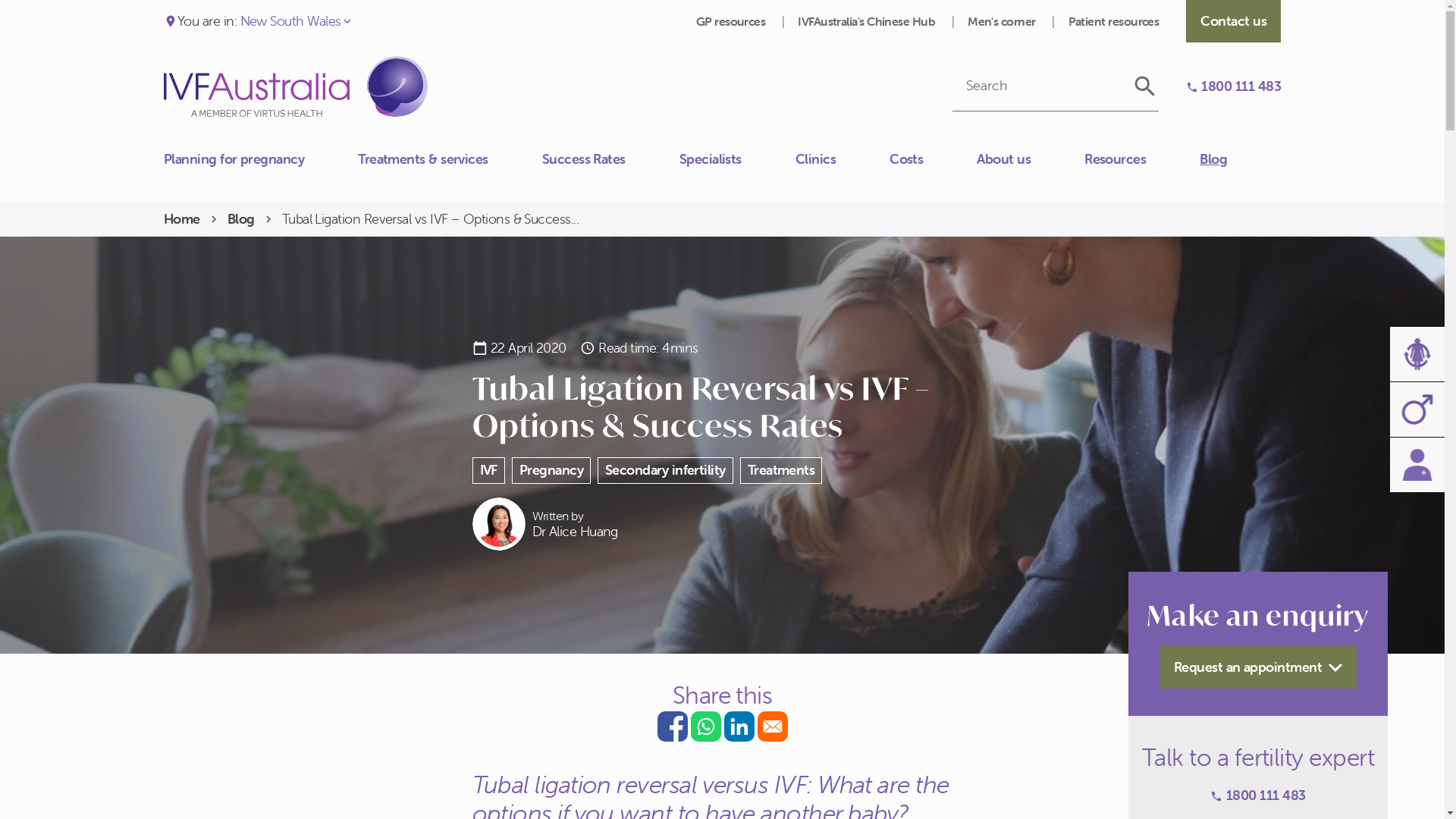  What do you see at coordinates (550, 469) in the screenshot?
I see `'Pregnancy'` at bounding box center [550, 469].